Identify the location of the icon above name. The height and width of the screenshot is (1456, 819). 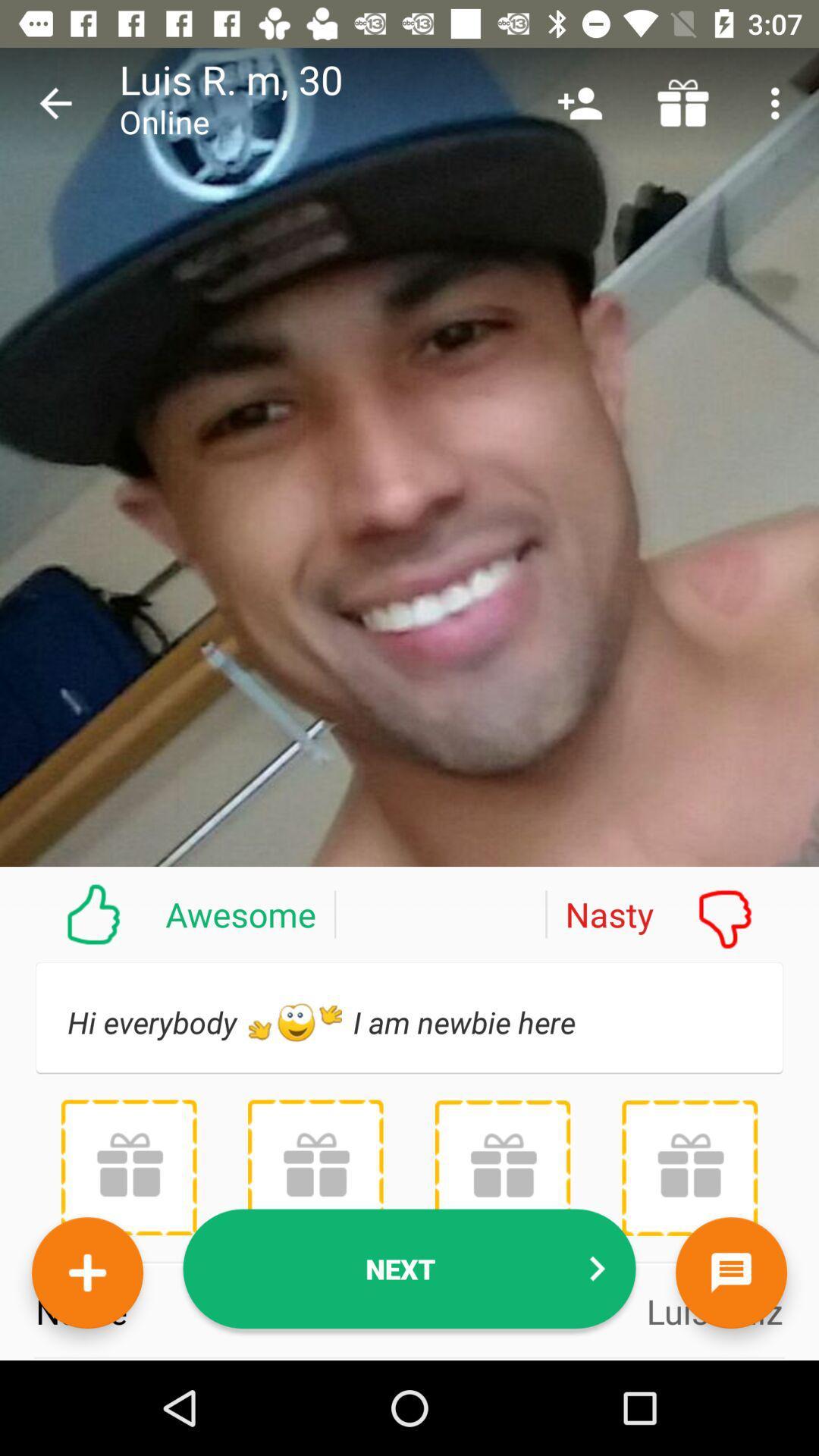
(502, 1167).